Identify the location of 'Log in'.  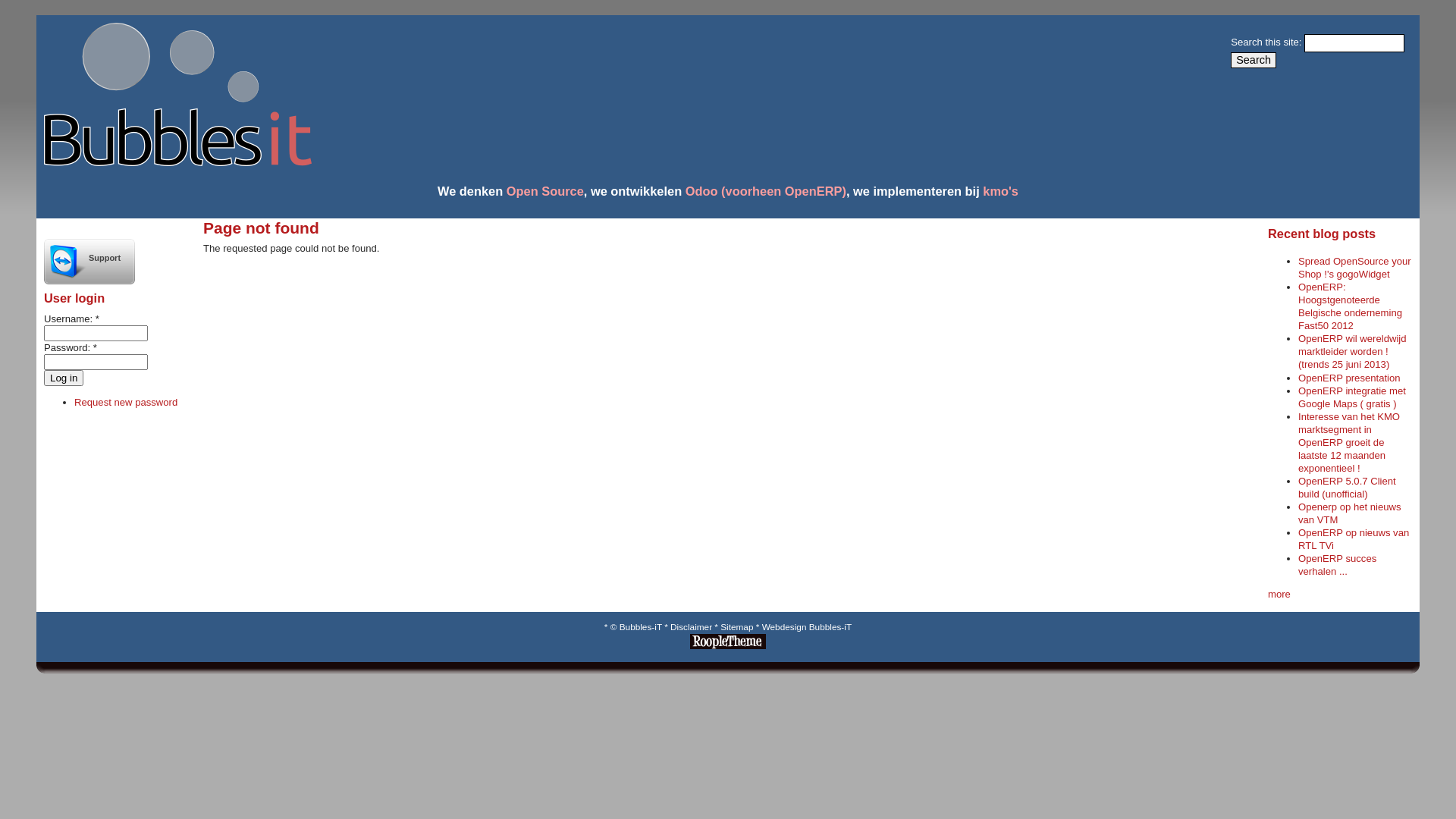
(62, 377).